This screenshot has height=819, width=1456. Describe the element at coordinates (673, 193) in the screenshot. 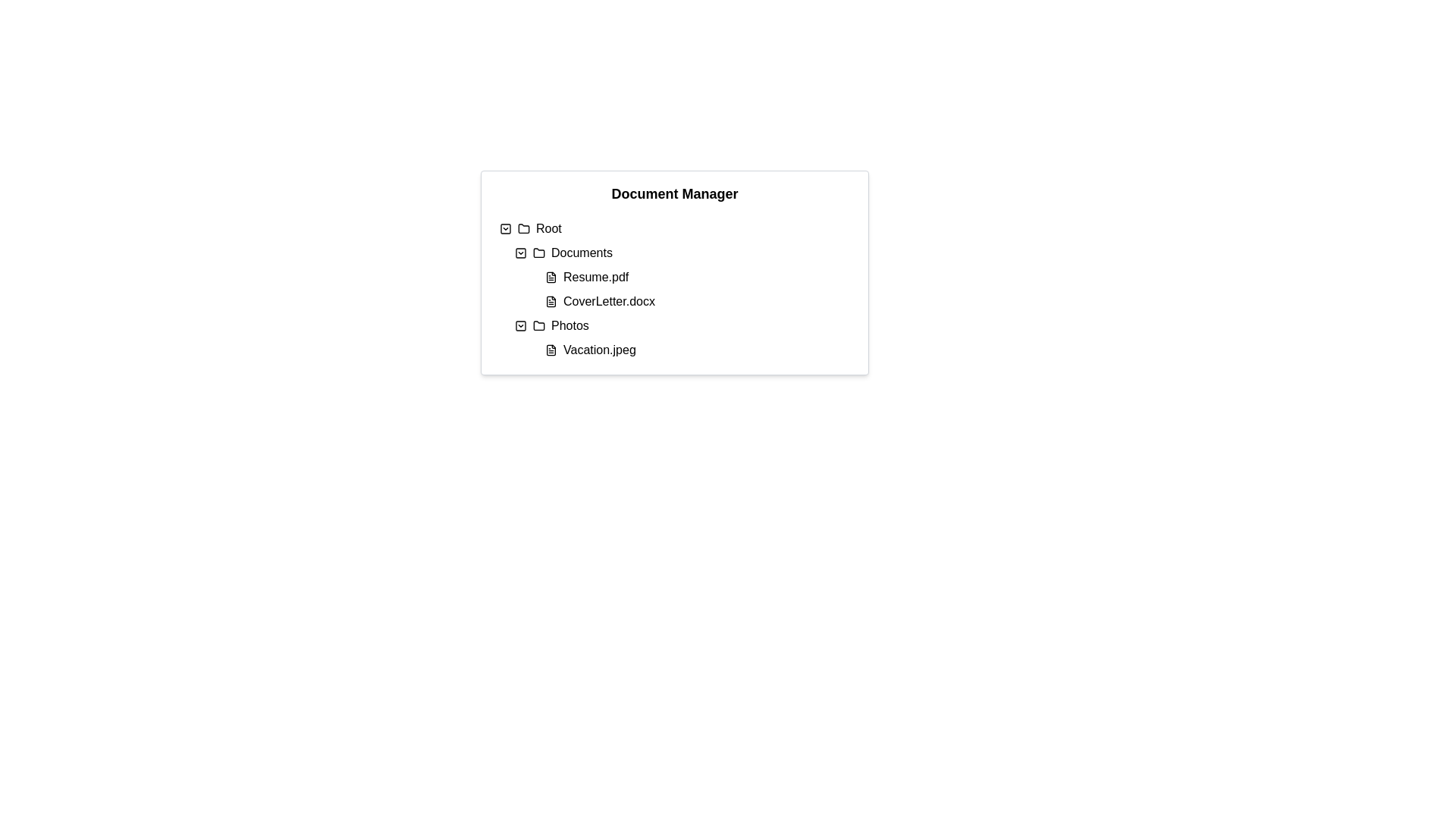

I see `the text label displaying 'Document Manager' at the top of the file system interface` at that location.